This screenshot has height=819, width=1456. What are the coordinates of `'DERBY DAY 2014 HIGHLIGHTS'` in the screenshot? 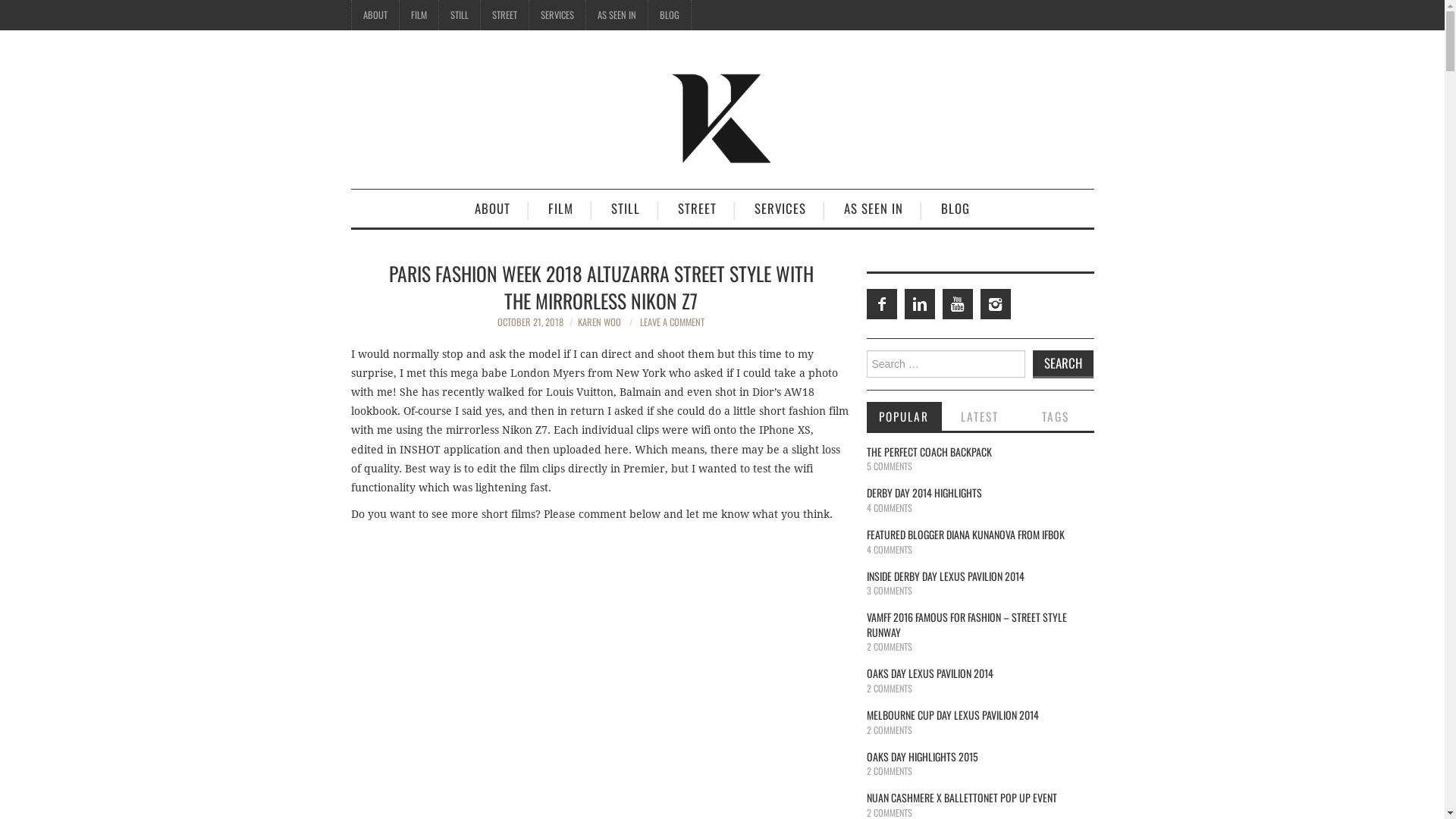 It's located at (923, 492).